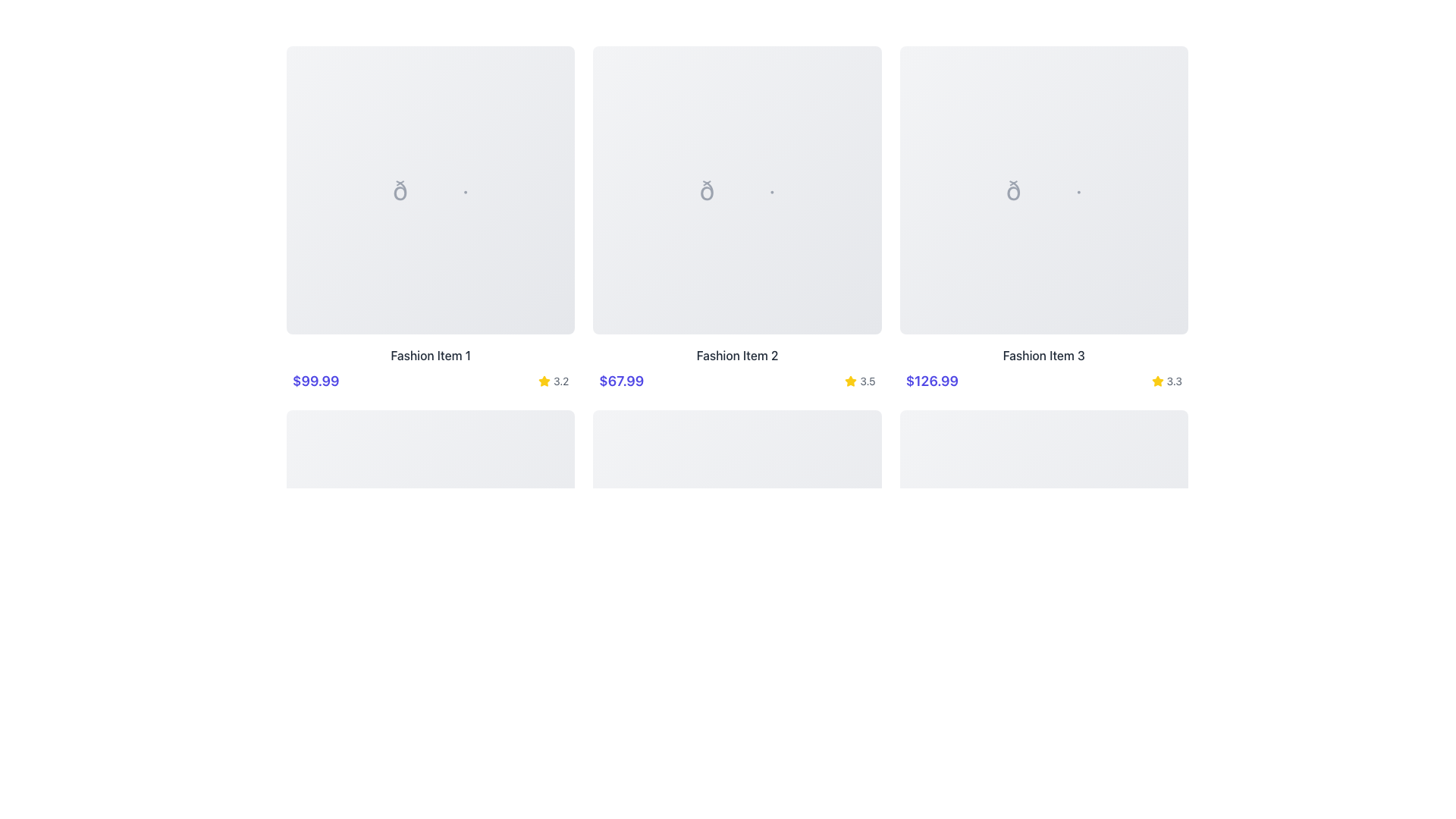  I want to click on the text label displaying 'Fashion Item 2', which is located in the second column of the grid, directly below the central image placeholder, so click(737, 356).